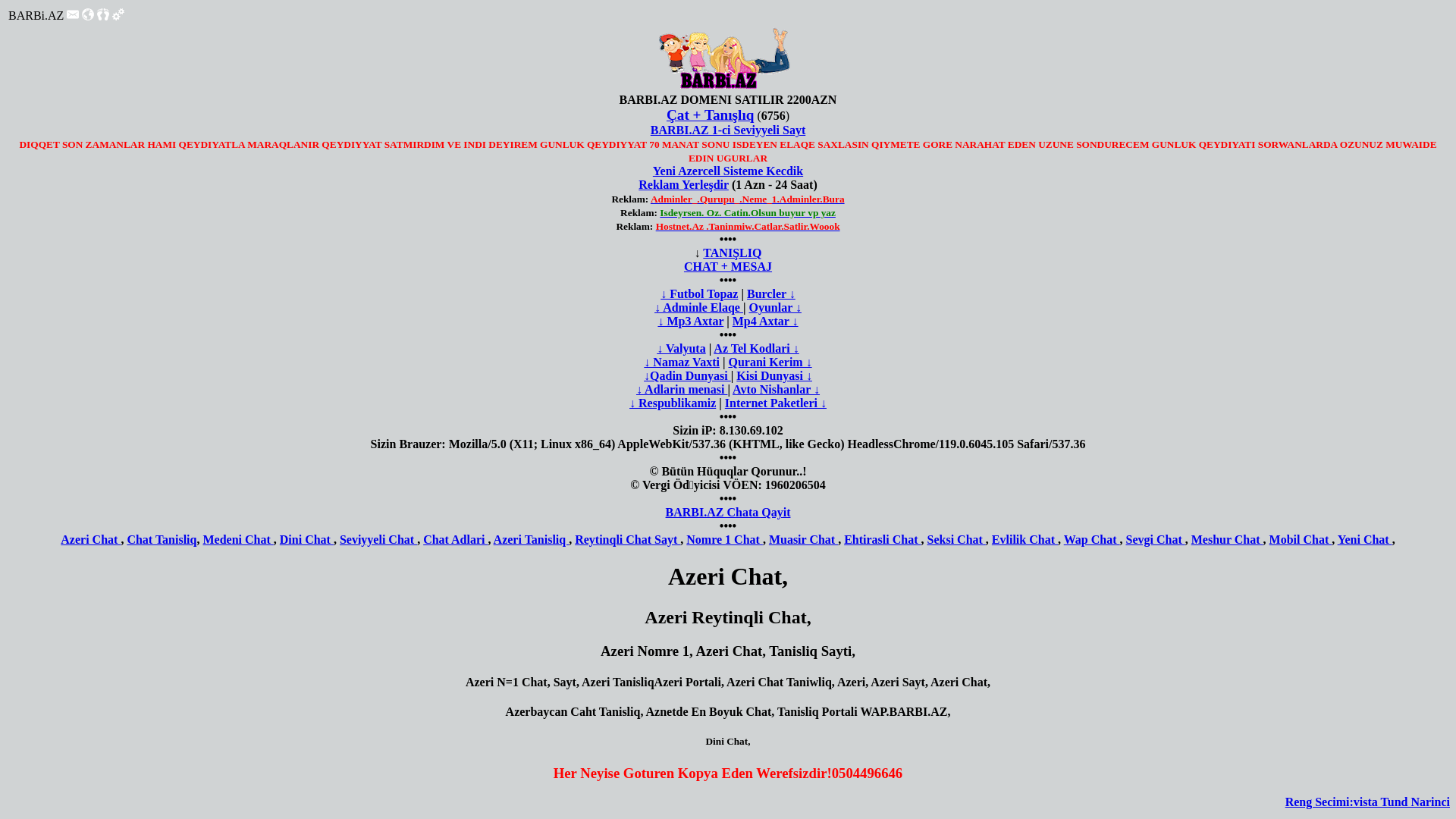 The height and width of the screenshot is (819, 1456). I want to click on 'Yeni Azercell Sisteme Kecdik', so click(728, 171).